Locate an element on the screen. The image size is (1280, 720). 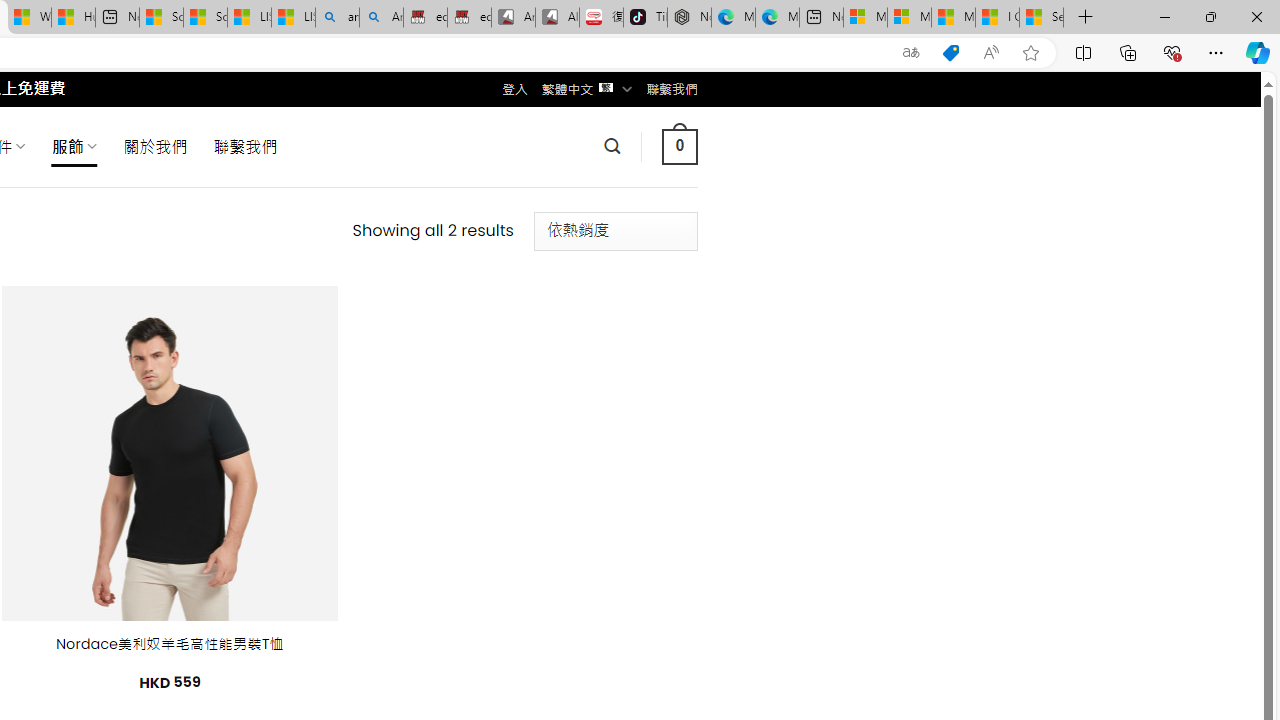
'amazon - Search' is located at coordinates (337, 17).